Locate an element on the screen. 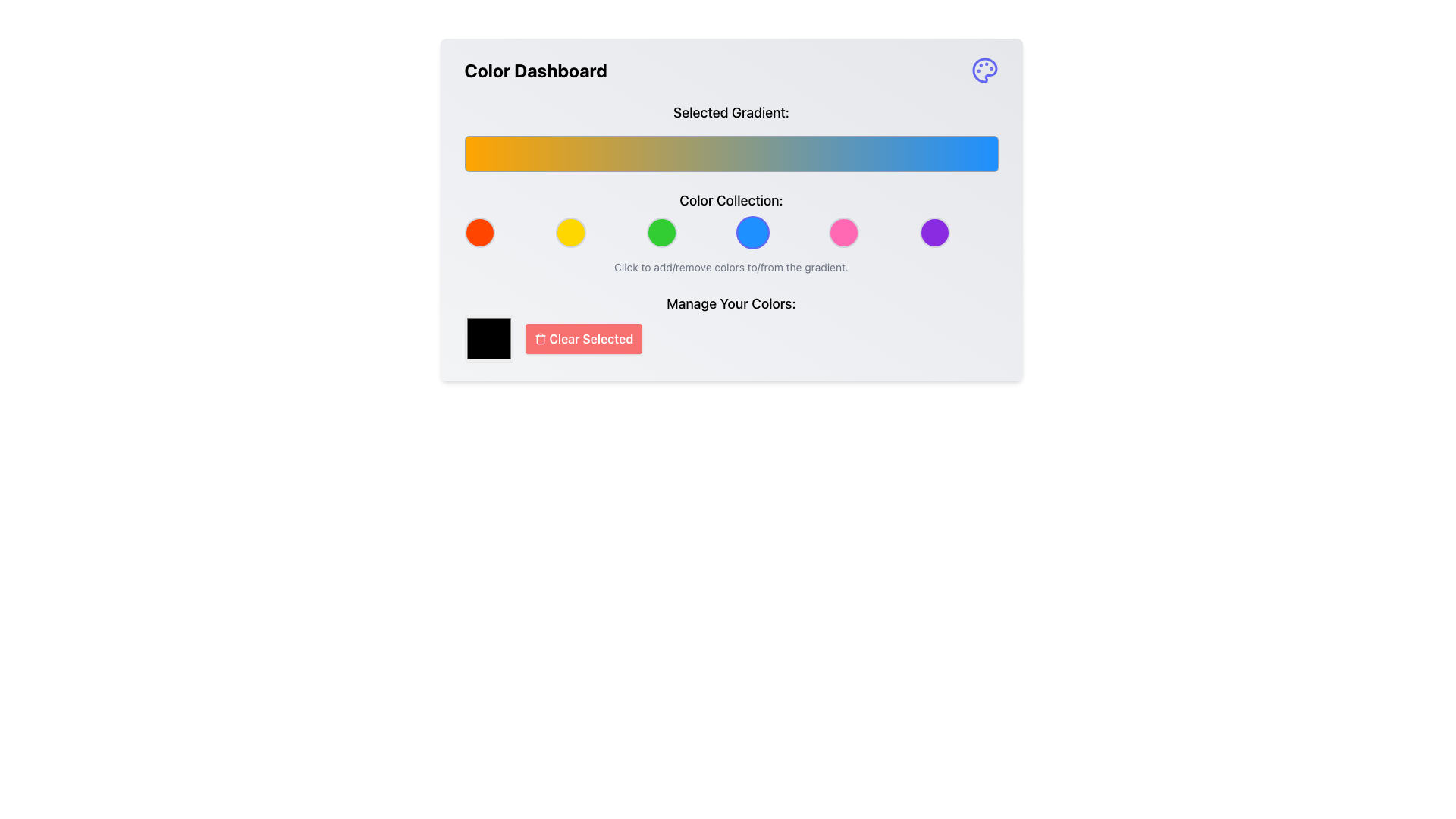 The image size is (1456, 819). the color display box, which is a square-shaped UI component with a black background and a thin white border, located to the left of the 'Clear Selected' button is located at coordinates (488, 338).